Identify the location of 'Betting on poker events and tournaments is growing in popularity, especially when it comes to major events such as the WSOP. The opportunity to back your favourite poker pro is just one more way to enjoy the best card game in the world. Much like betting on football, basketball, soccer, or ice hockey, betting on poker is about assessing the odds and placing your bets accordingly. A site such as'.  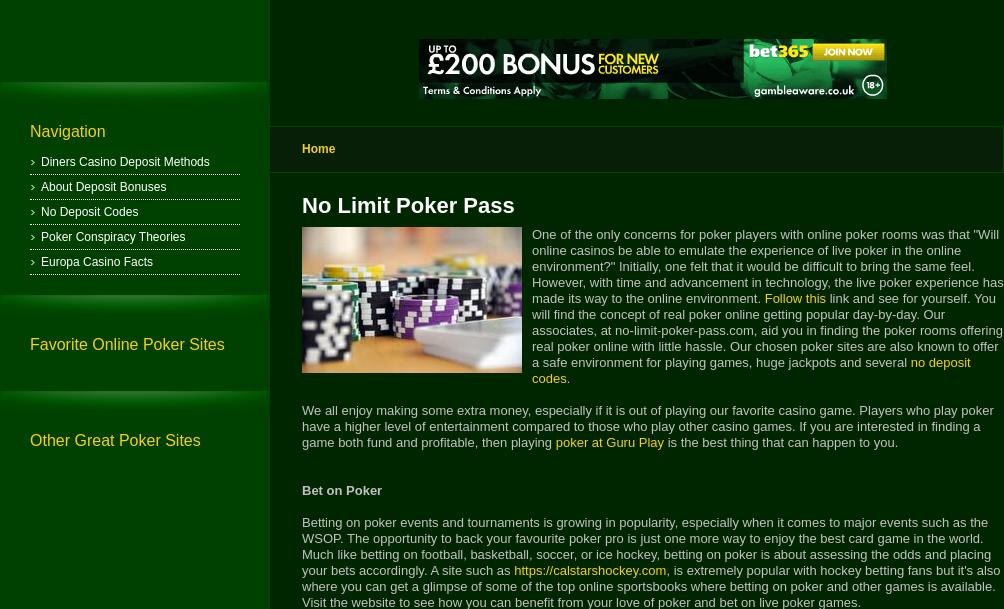
(645, 546).